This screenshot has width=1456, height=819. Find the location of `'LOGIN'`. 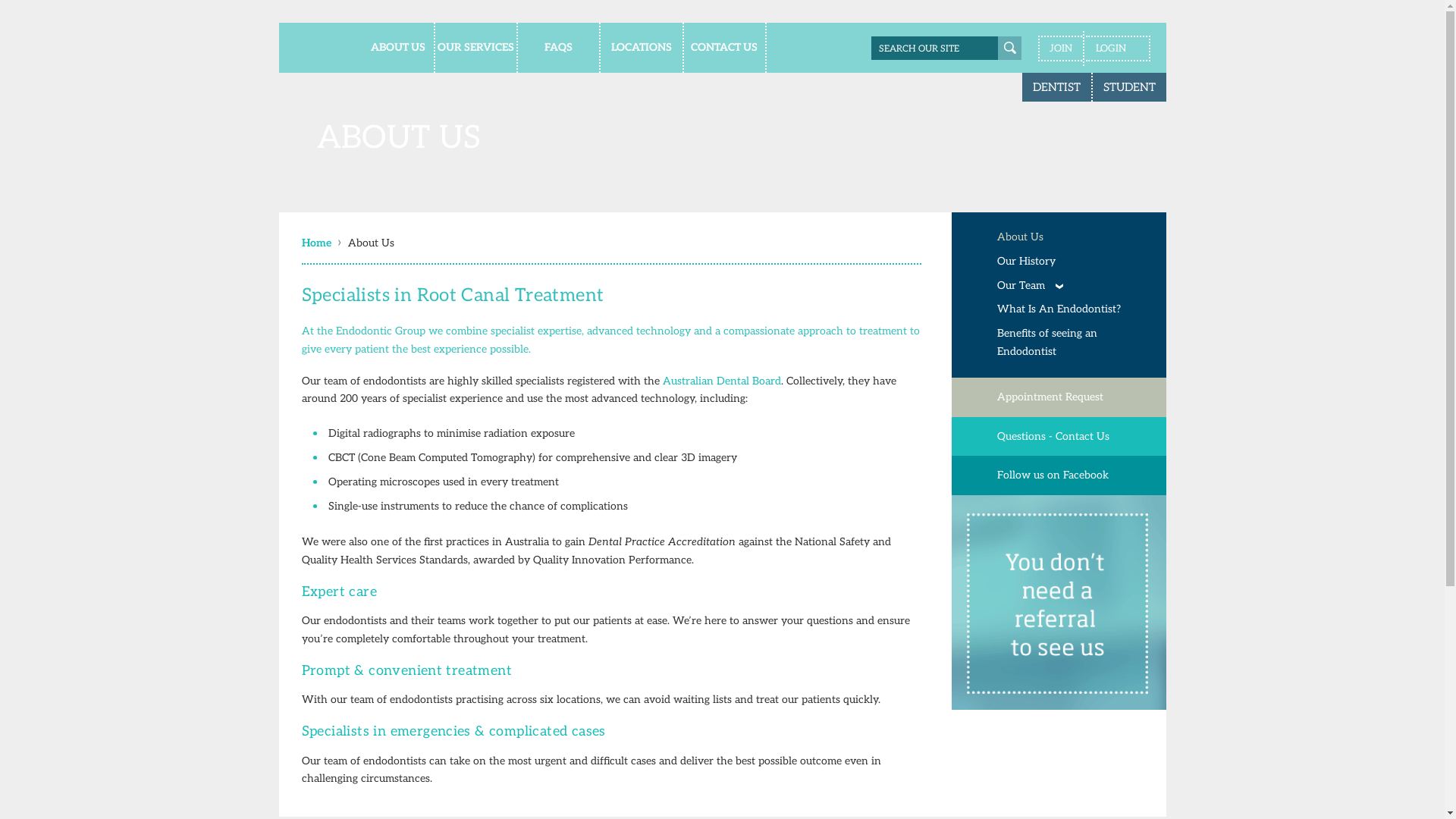

'LOGIN' is located at coordinates (1118, 48).